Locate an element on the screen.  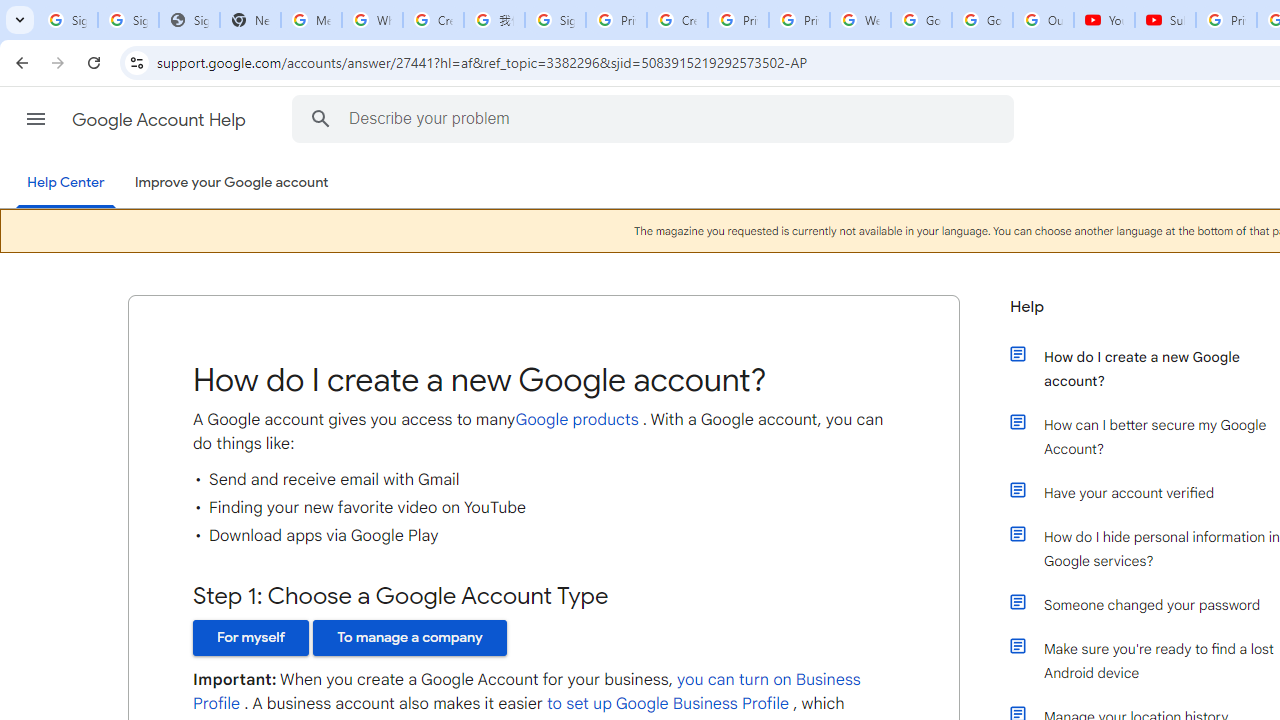
'Who is my administrator? - Google Account Help' is located at coordinates (372, 20).